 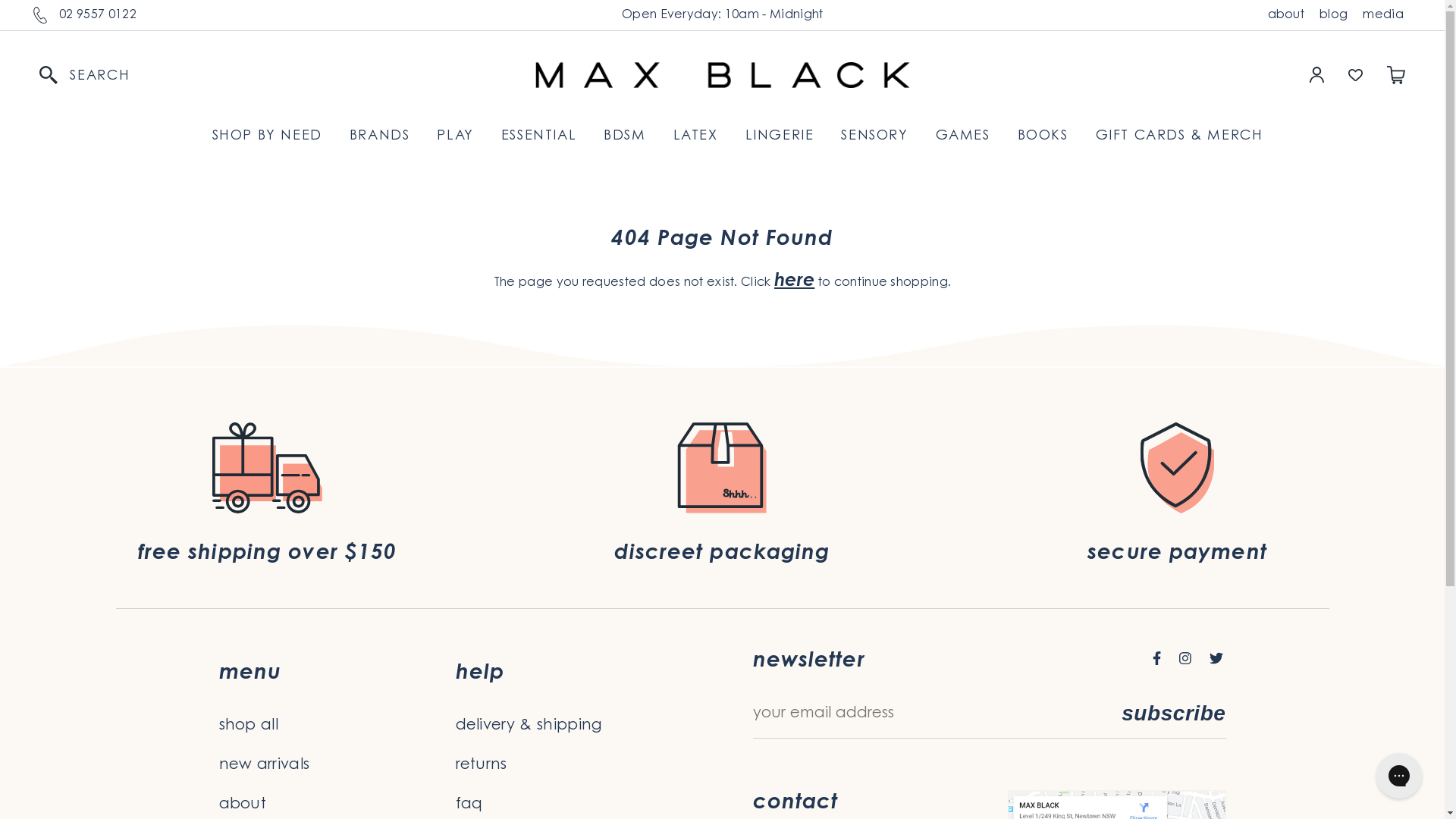 What do you see at coordinates (1285, 14) in the screenshot?
I see `'about'` at bounding box center [1285, 14].